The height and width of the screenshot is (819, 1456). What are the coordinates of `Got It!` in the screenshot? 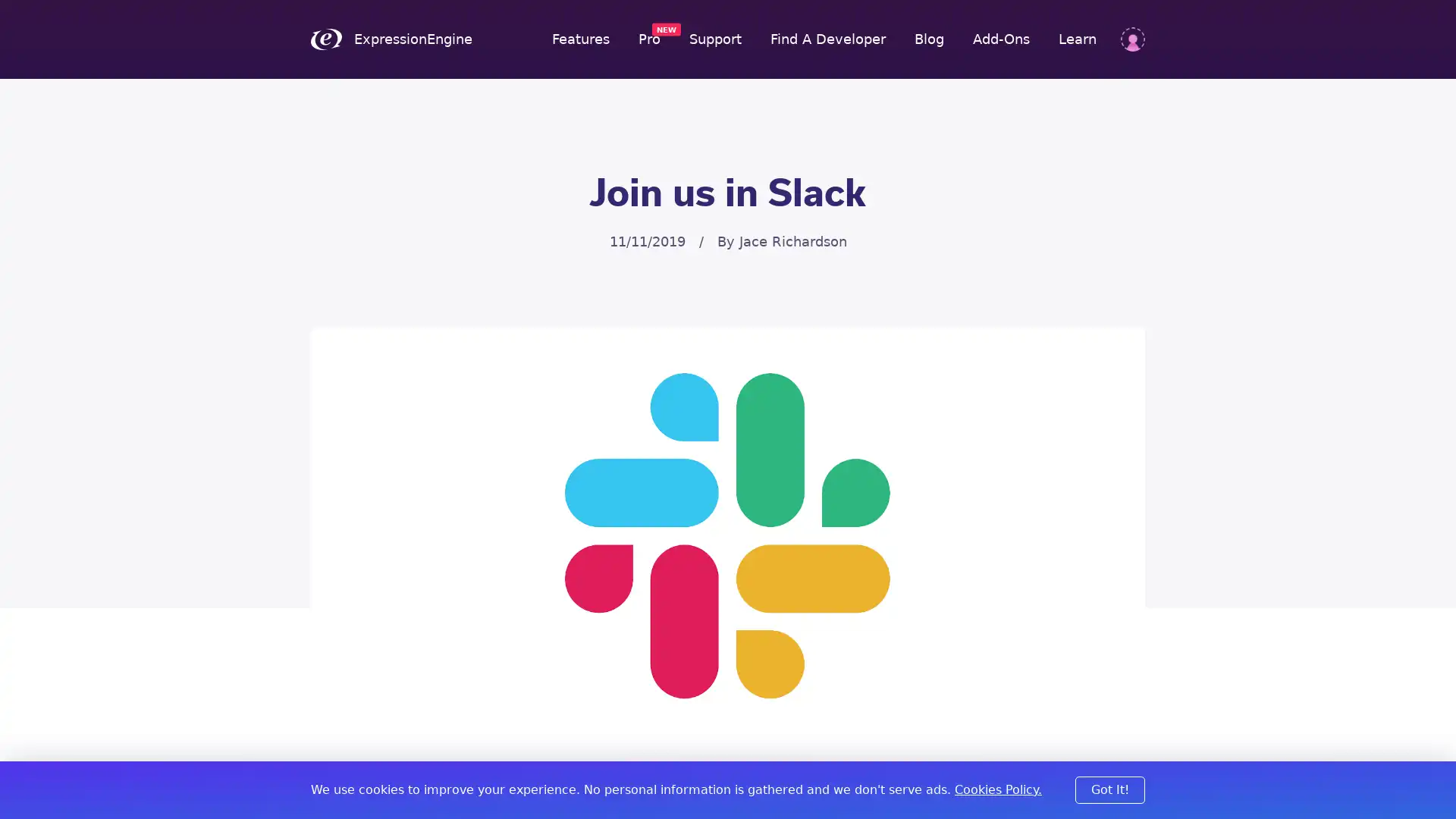 It's located at (1110, 789).